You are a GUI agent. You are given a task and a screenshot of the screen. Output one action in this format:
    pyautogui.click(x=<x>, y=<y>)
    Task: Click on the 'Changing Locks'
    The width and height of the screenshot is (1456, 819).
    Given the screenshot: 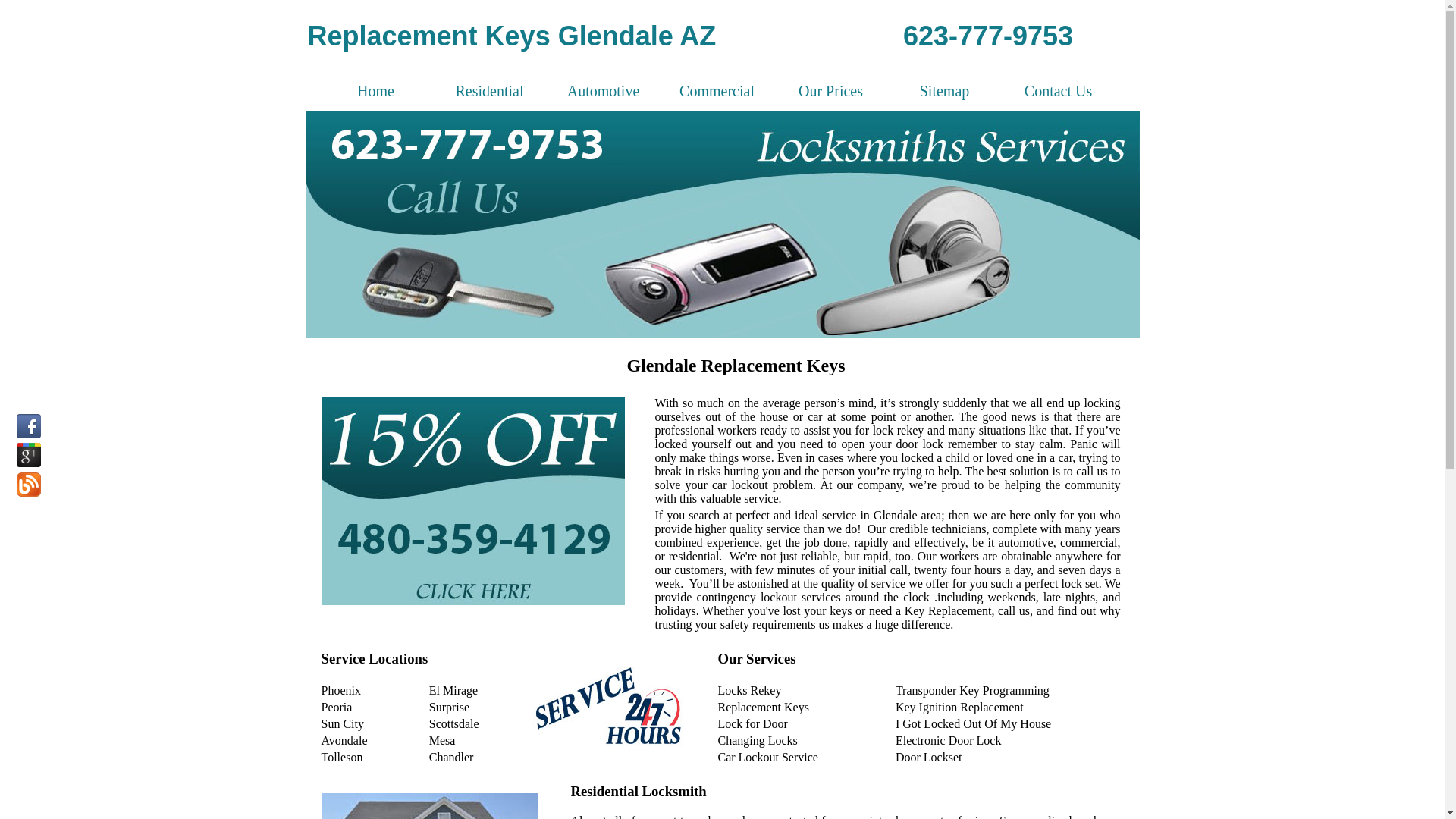 What is the action you would take?
    pyautogui.click(x=716, y=739)
    